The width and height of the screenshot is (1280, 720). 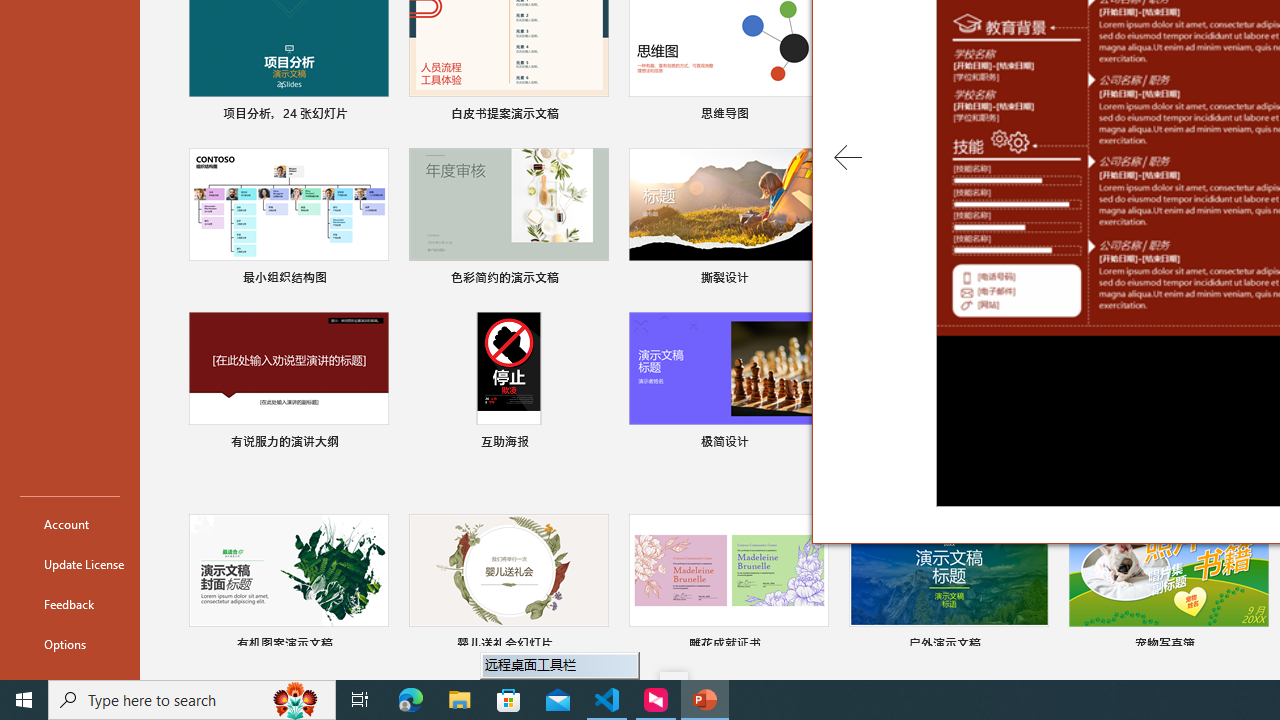 I want to click on 'Feedback', so click(x=69, y=603).